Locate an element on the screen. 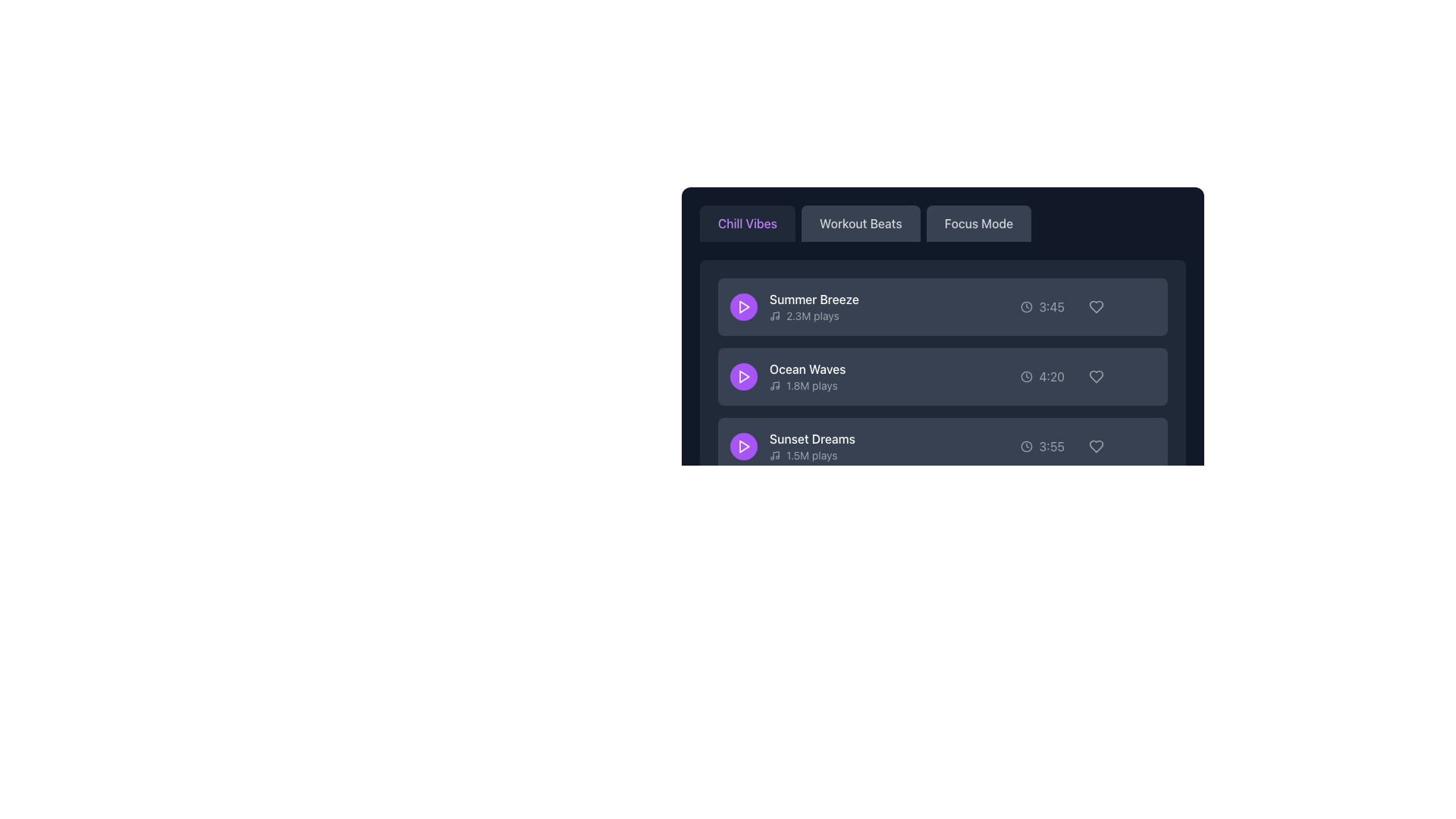  the informational text label displaying the play count of 'Sunset Dreams', located in the third row of the music list is located at coordinates (811, 455).